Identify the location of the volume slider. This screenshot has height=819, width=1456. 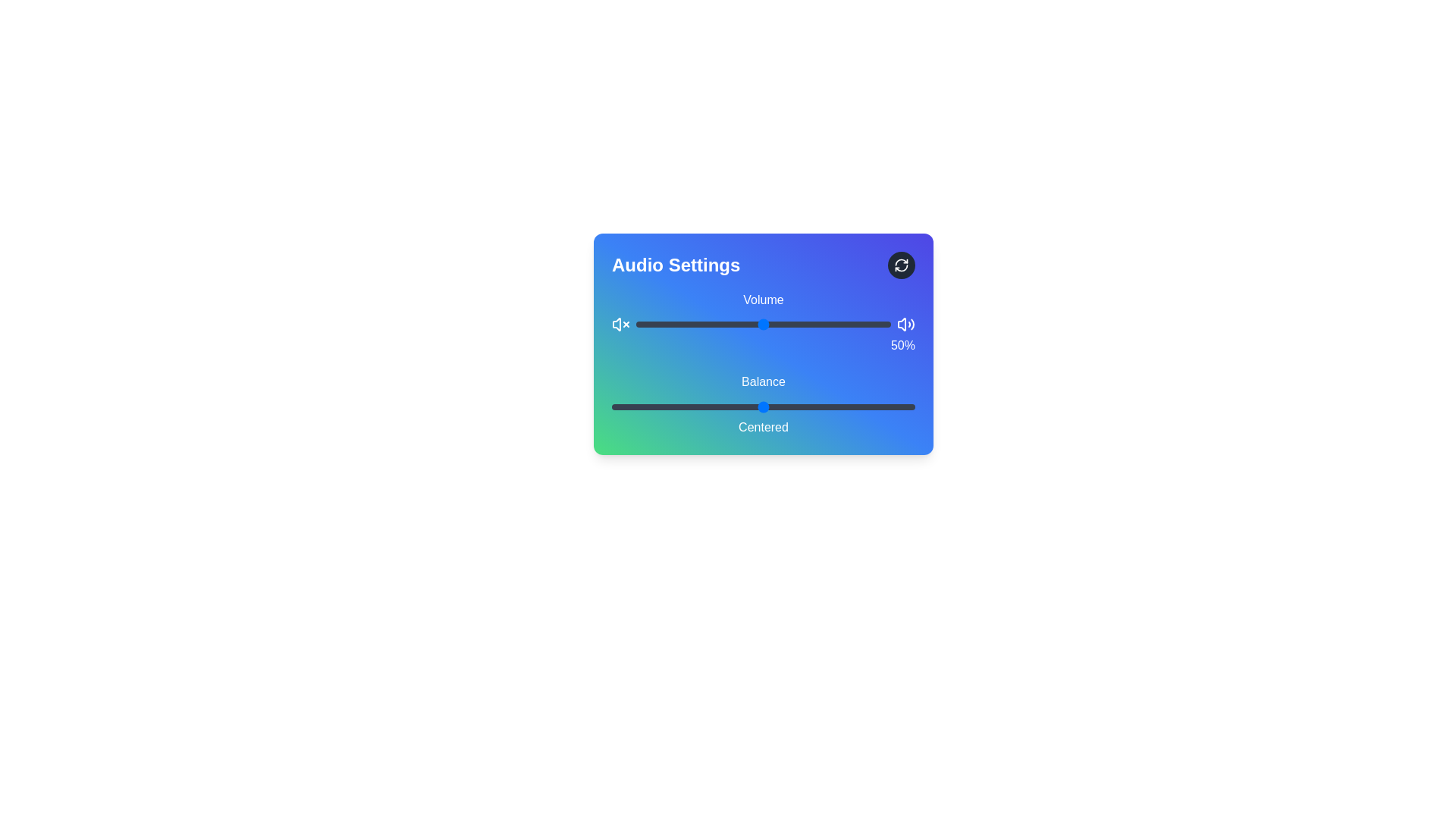
(671, 324).